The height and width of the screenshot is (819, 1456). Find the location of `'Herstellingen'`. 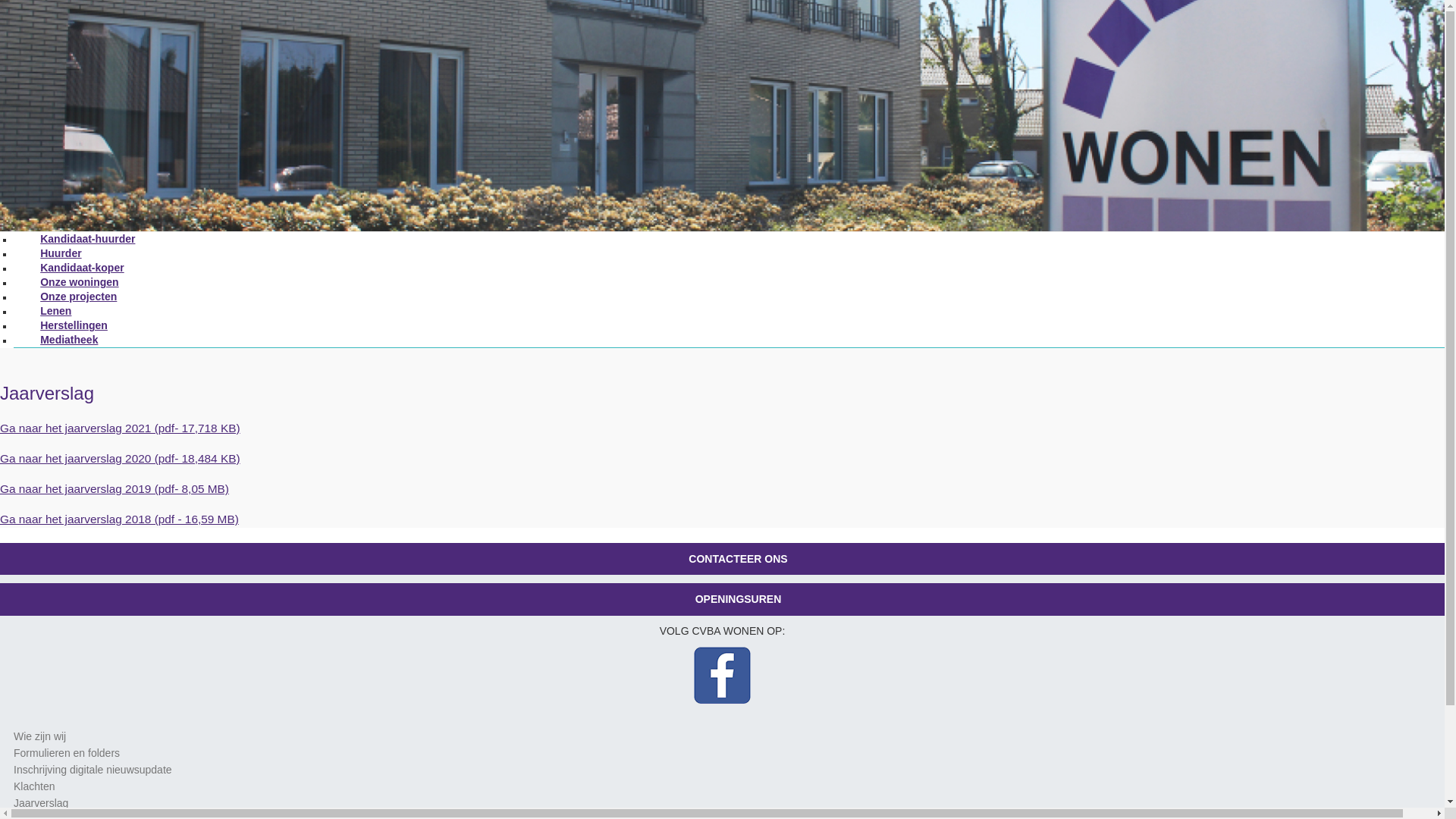

'Herstellingen' is located at coordinates (73, 325).